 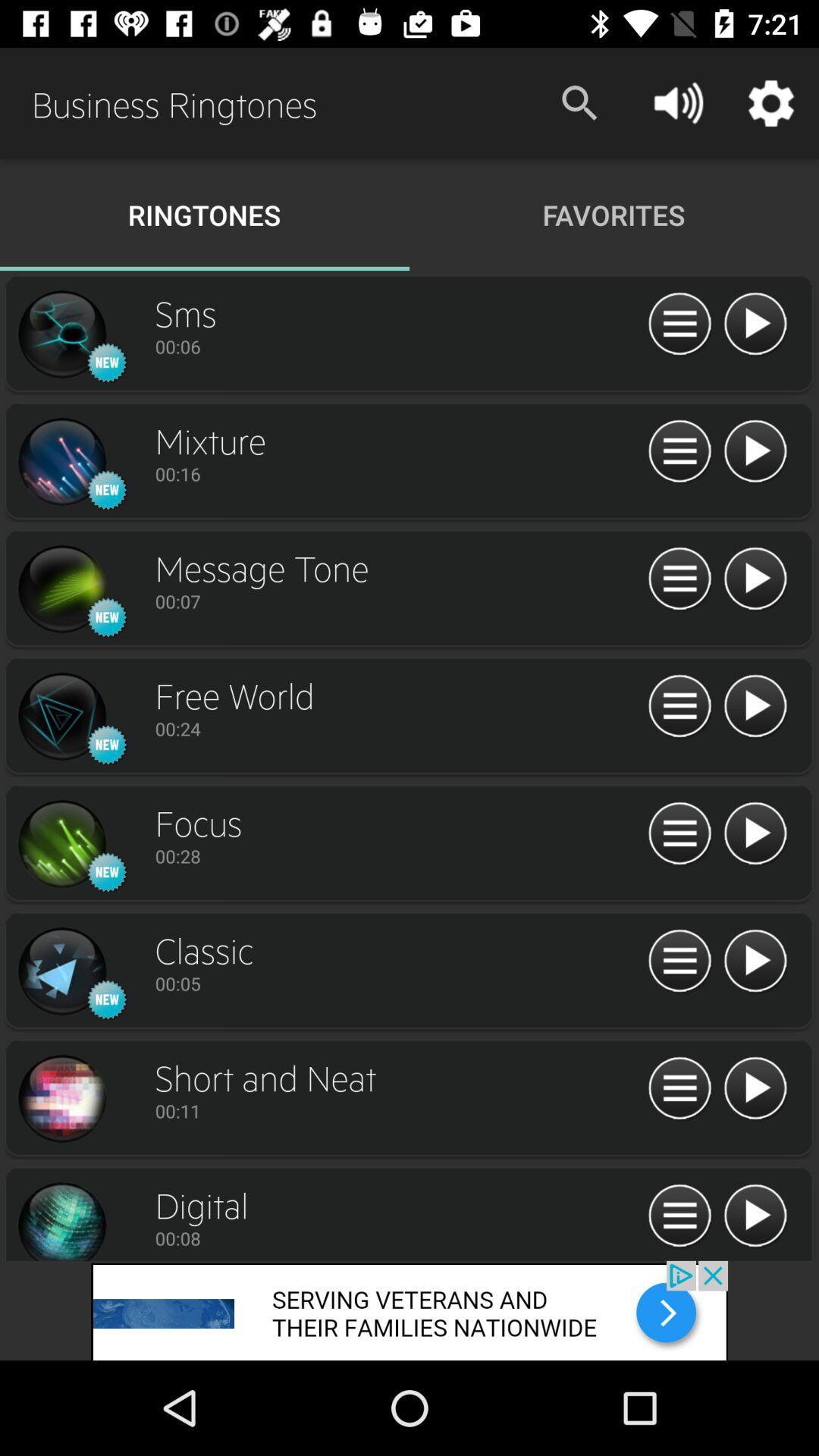 What do you see at coordinates (679, 706) in the screenshot?
I see `click pause button` at bounding box center [679, 706].